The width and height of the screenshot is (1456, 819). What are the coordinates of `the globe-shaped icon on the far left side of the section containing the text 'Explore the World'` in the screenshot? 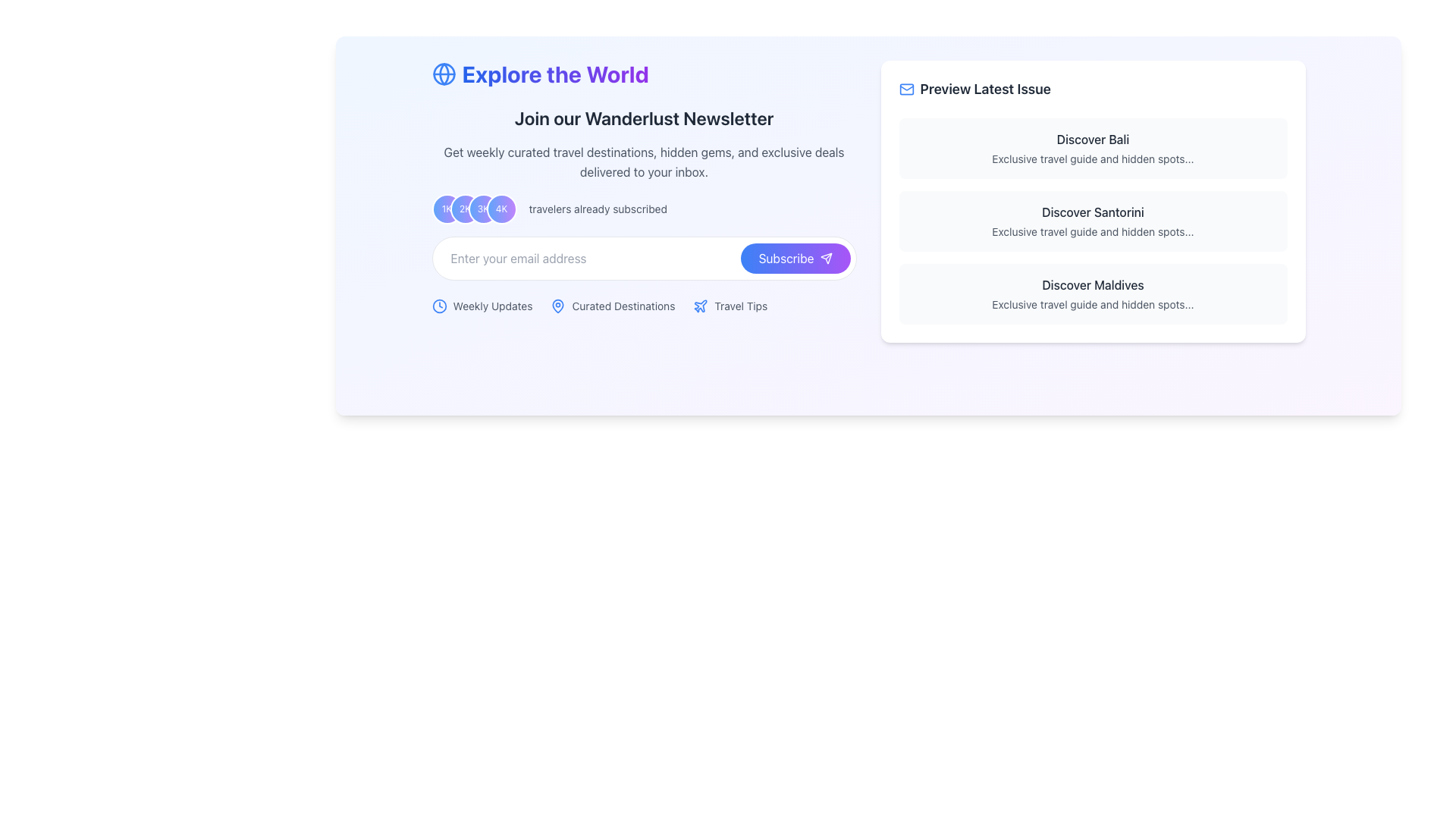 It's located at (443, 74).